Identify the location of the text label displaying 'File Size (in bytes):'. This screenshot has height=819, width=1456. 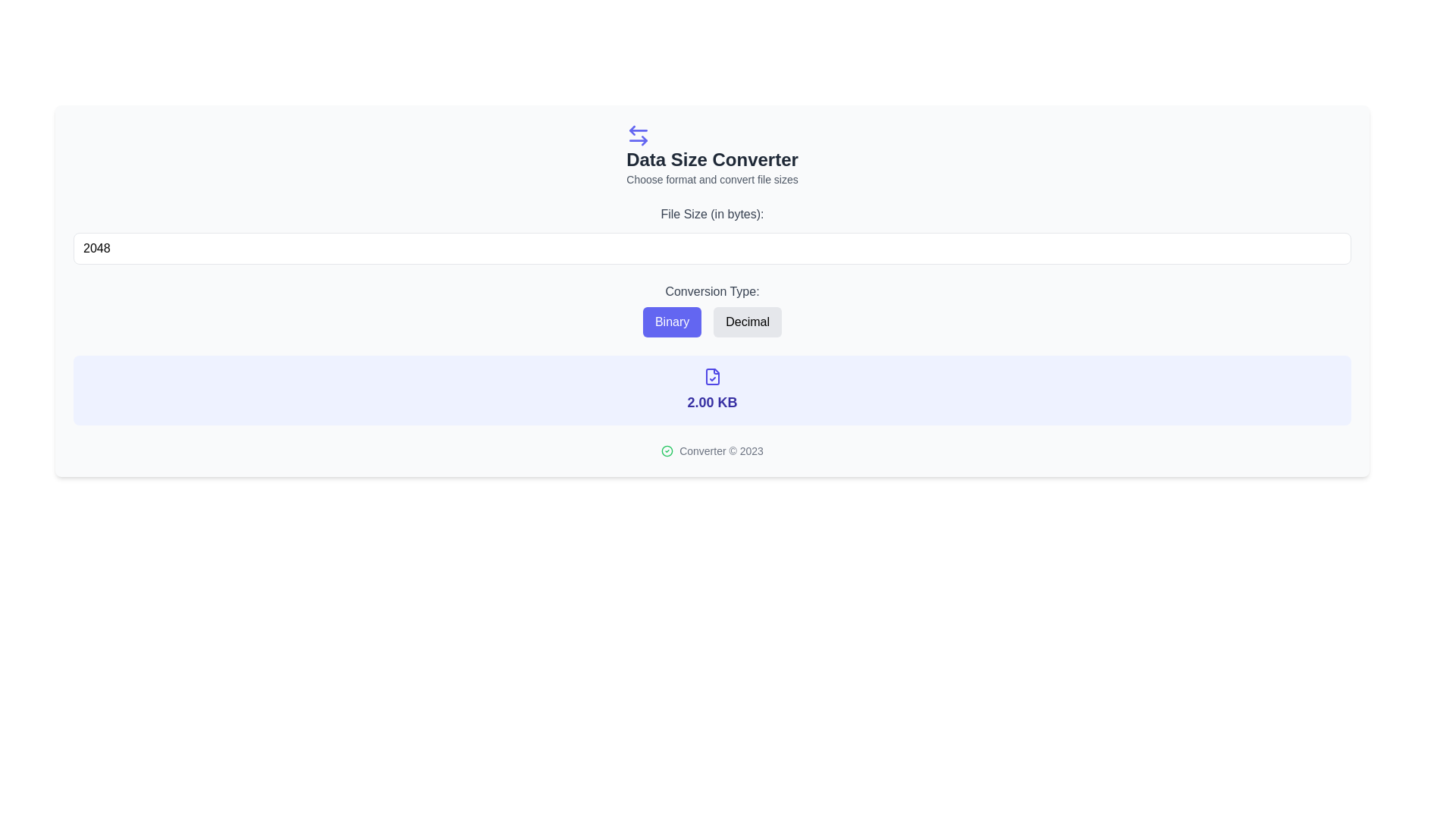
(711, 214).